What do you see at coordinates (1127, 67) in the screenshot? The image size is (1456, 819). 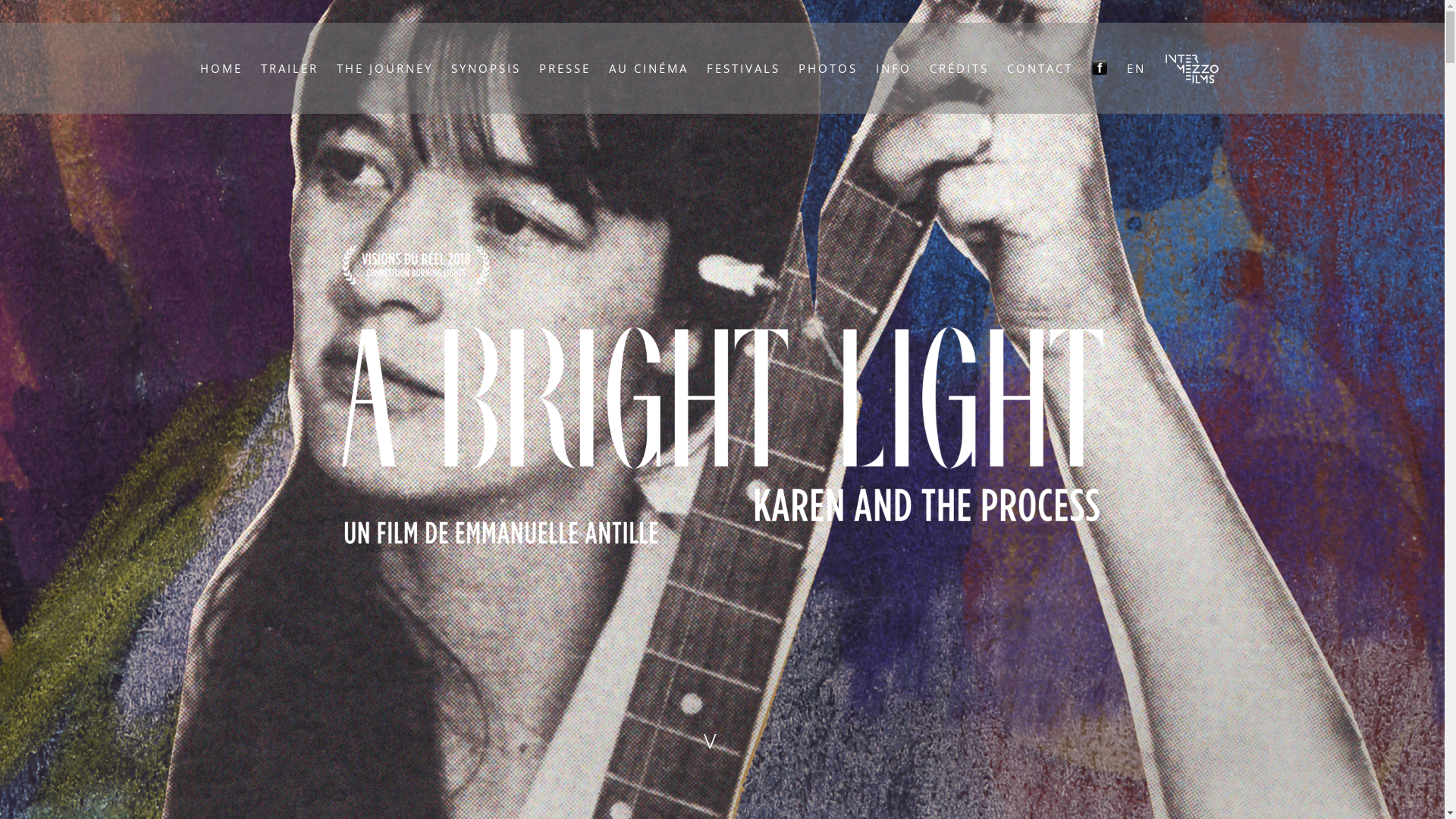 I see `'EN'` at bounding box center [1127, 67].